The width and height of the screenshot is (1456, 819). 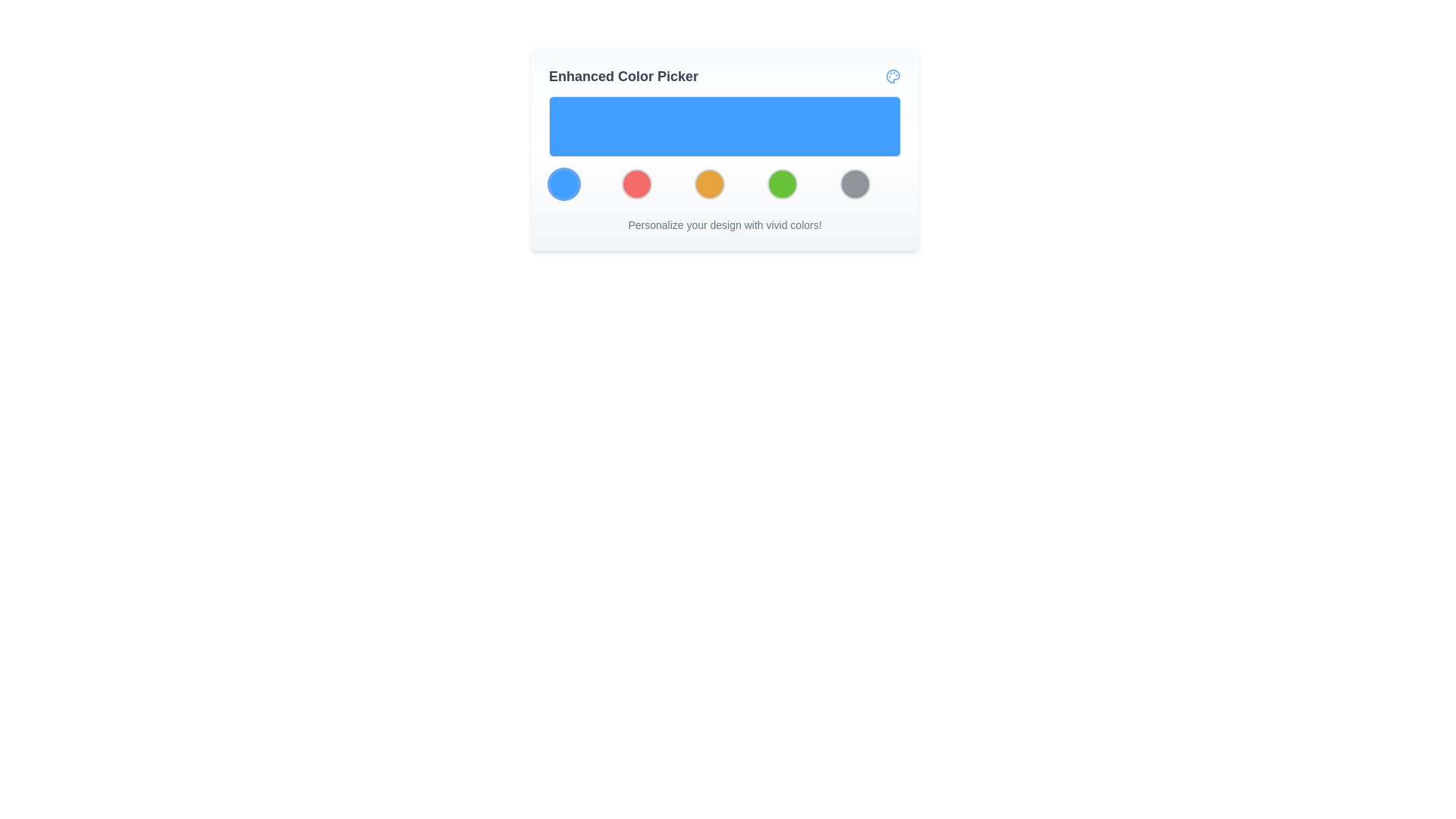 What do you see at coordinates (723, 125) in the screenshot?
I see `the vivid blue Display box with rounded corners located centrally above the grid of circular color swatches` at bounding box center [723, 125].